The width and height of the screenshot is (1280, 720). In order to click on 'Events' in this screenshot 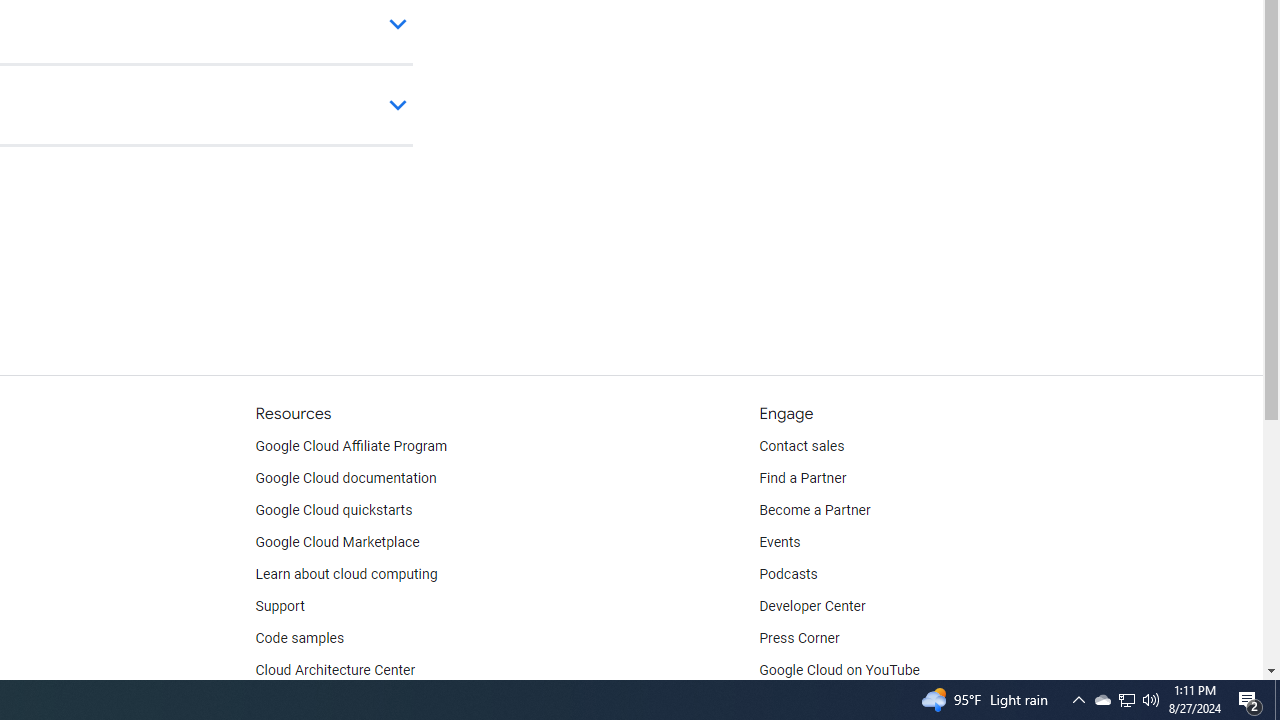, I will do `click(779, 542)`.